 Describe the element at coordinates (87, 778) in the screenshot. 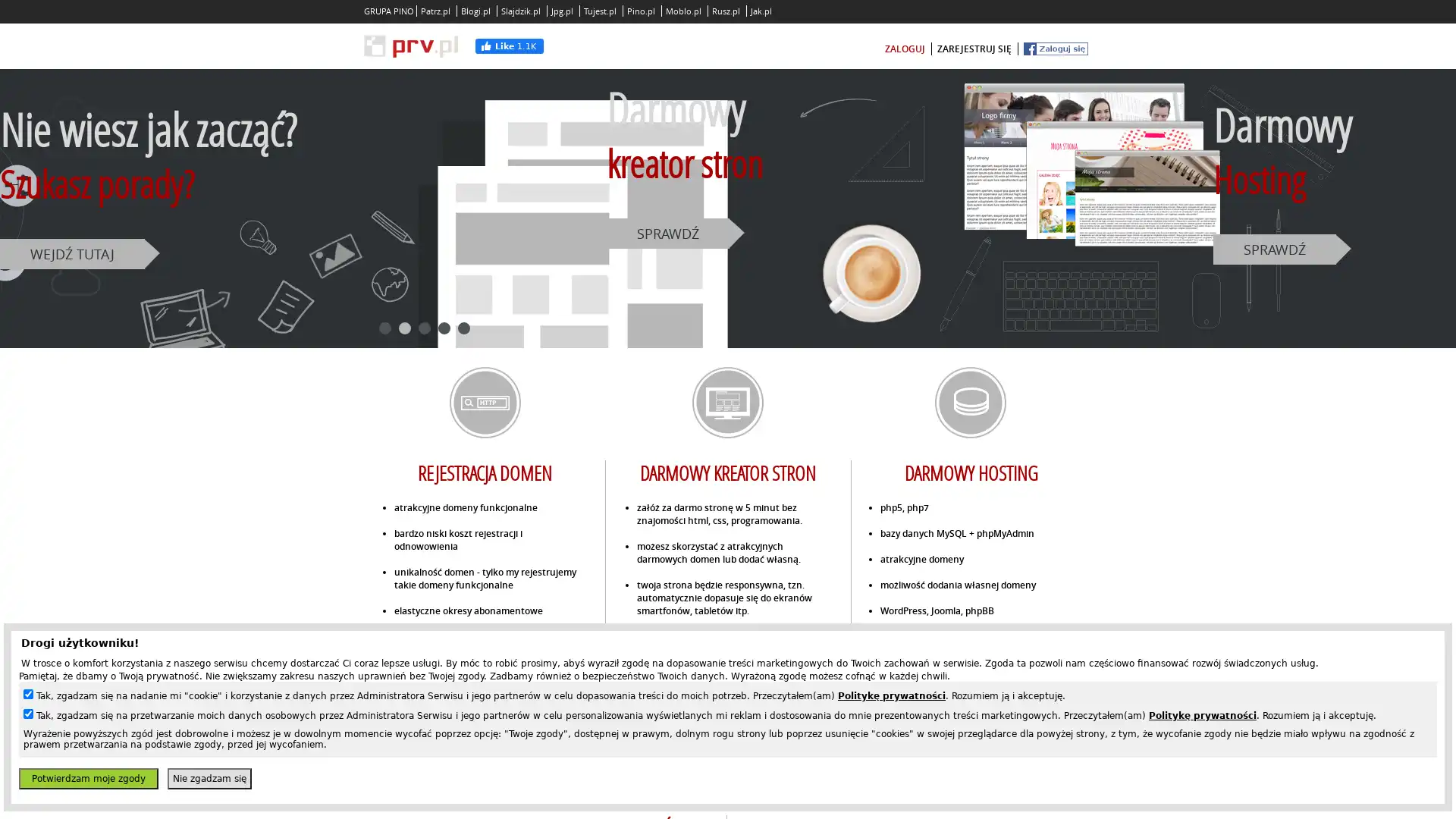

I see `Potwierdzam moje zgody` at that location.